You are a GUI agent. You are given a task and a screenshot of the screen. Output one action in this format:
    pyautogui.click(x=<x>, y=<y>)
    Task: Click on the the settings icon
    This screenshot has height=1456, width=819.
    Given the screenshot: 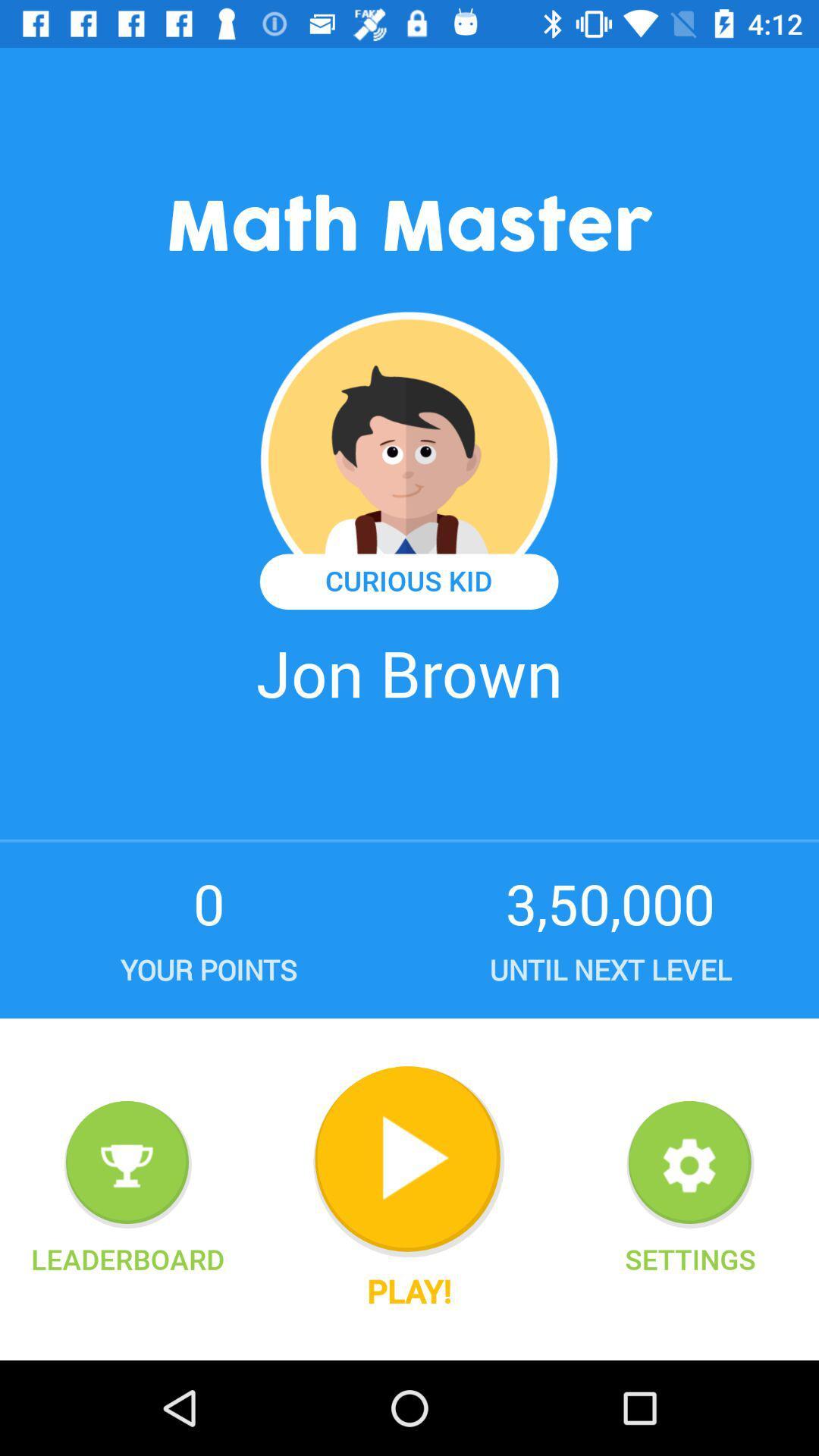 What is the action you would take?
    pyautogui.click(x=690, y=1164)
    